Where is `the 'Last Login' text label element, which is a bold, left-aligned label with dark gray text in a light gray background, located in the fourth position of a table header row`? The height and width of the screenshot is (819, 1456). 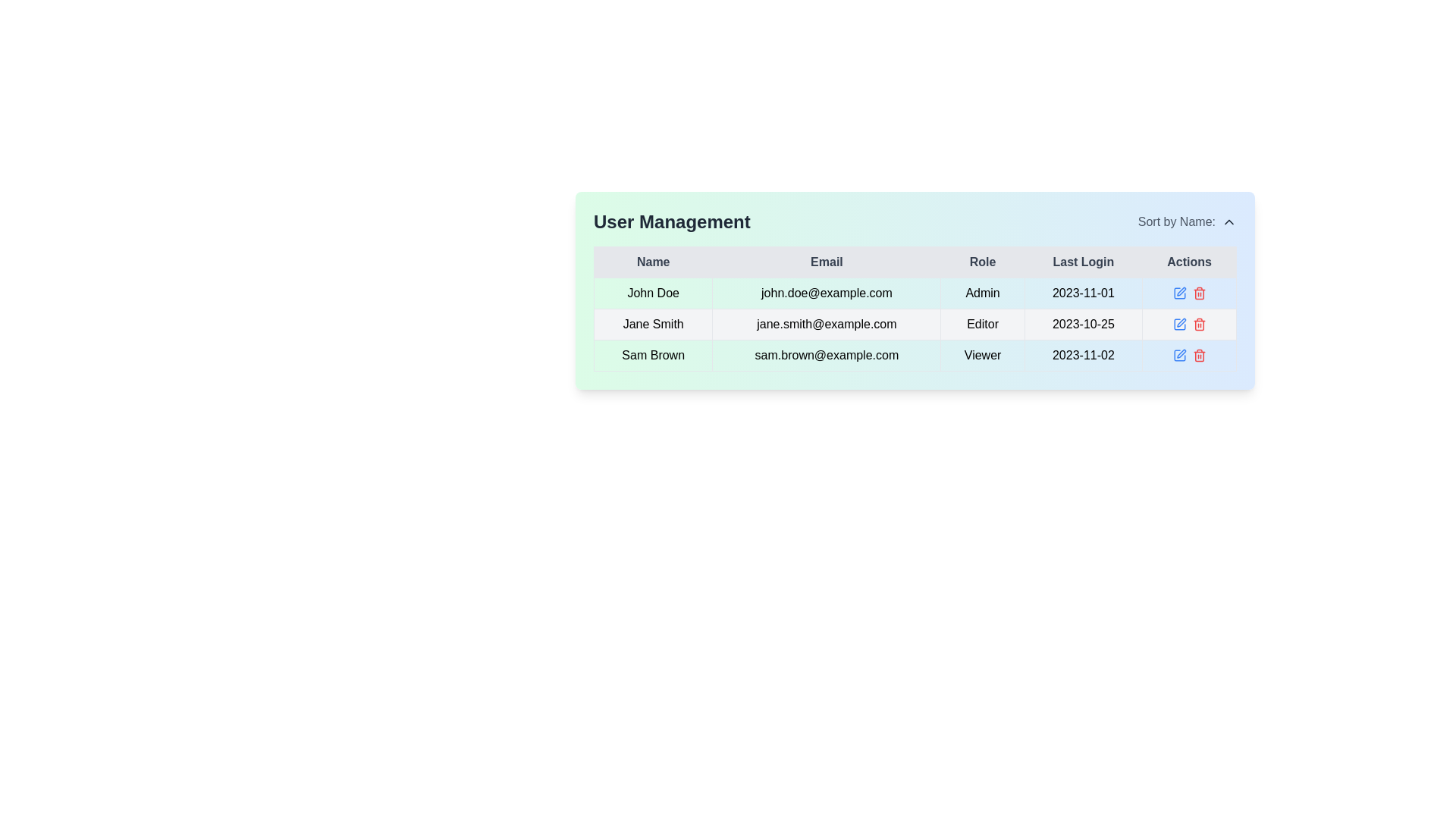
the 'Last Login' text label element, which is a bold, left-aligned label with dark gray text in a light gray background, located in the fourth position of a table header row is located at coordinates (1082, 262).